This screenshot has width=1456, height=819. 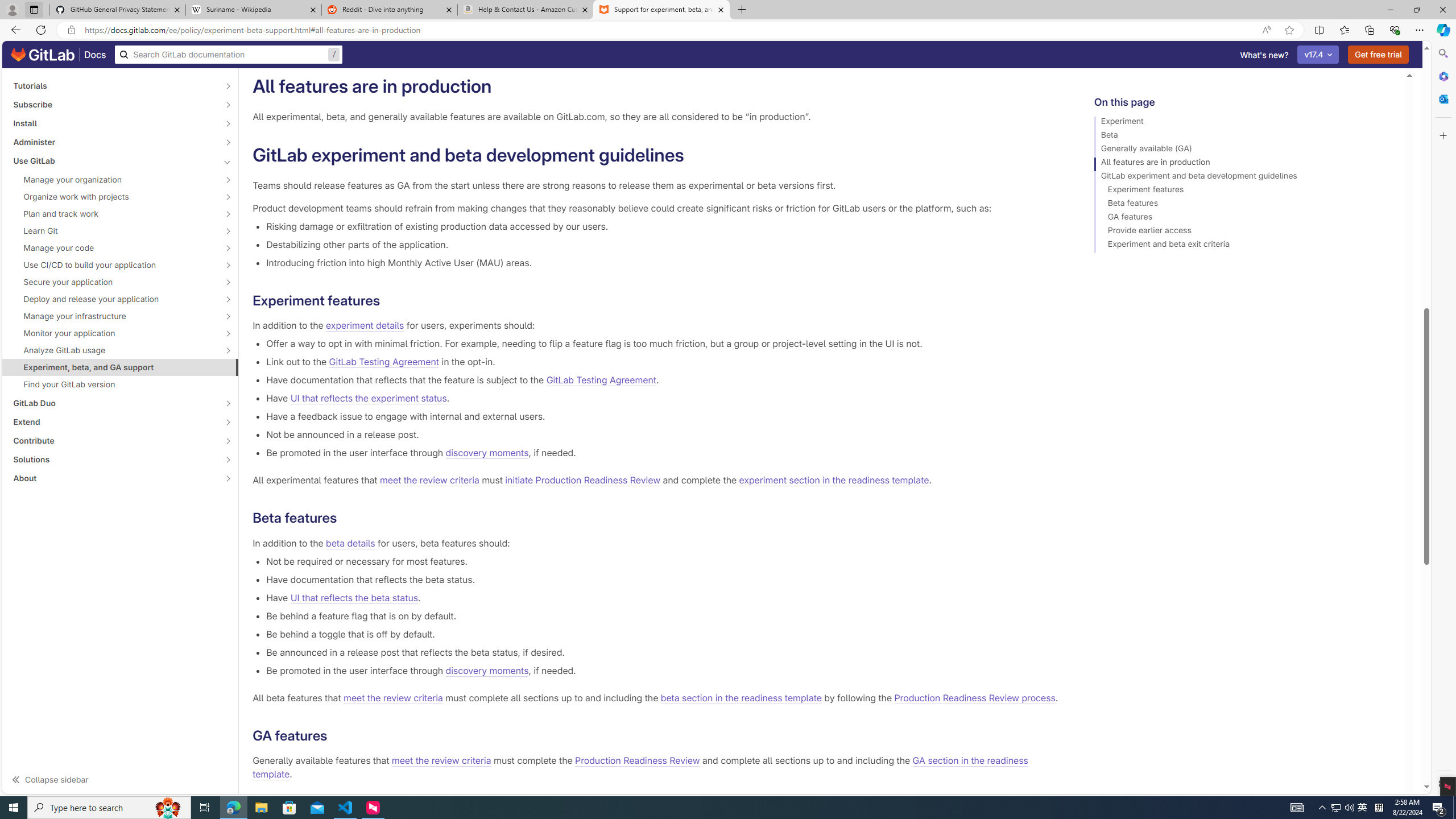 I want to click on 'Provide earlier access', so click(x=1244, y=231).